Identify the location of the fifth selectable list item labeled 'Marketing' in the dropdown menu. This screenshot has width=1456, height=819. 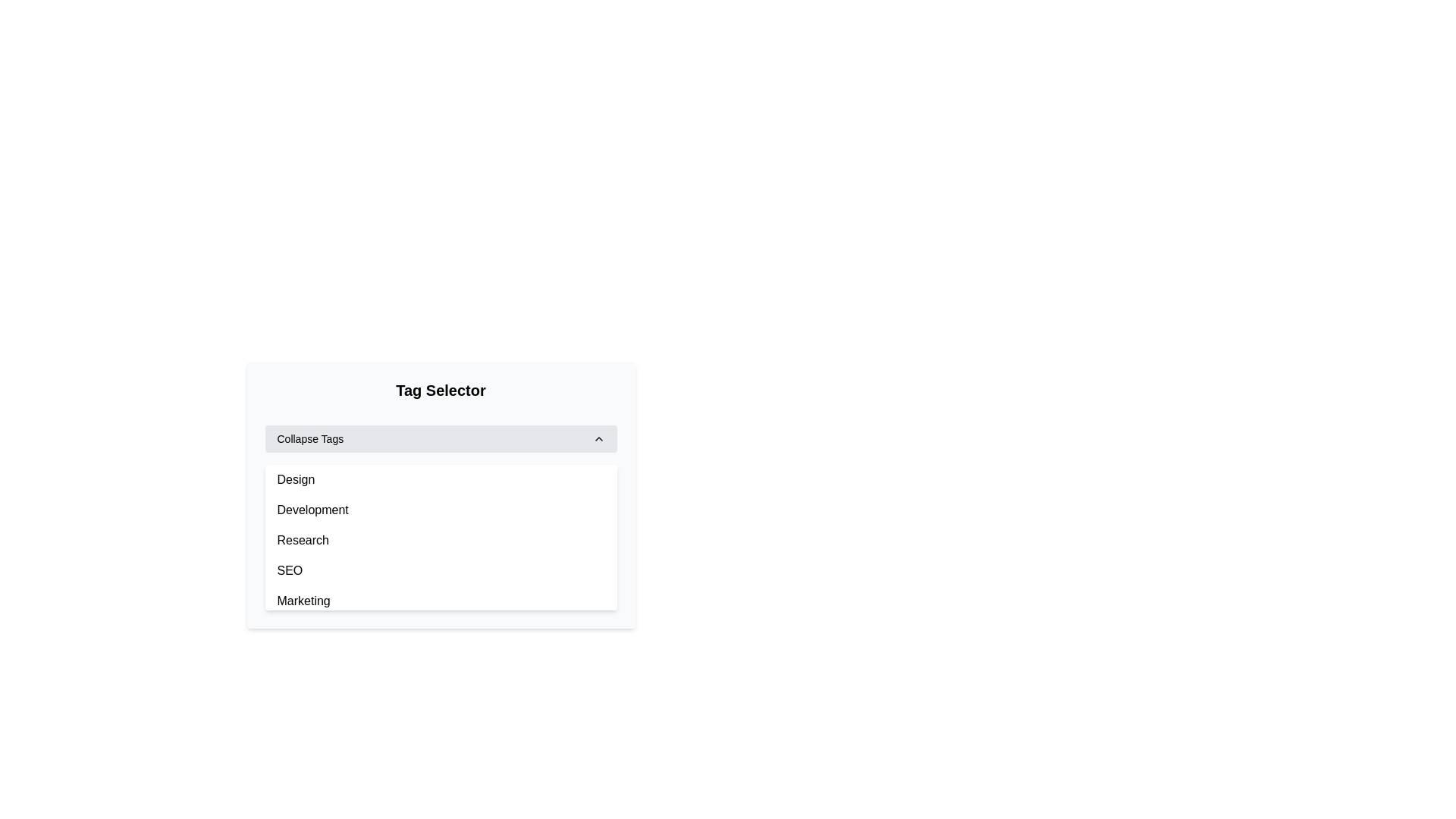
(440, 601).